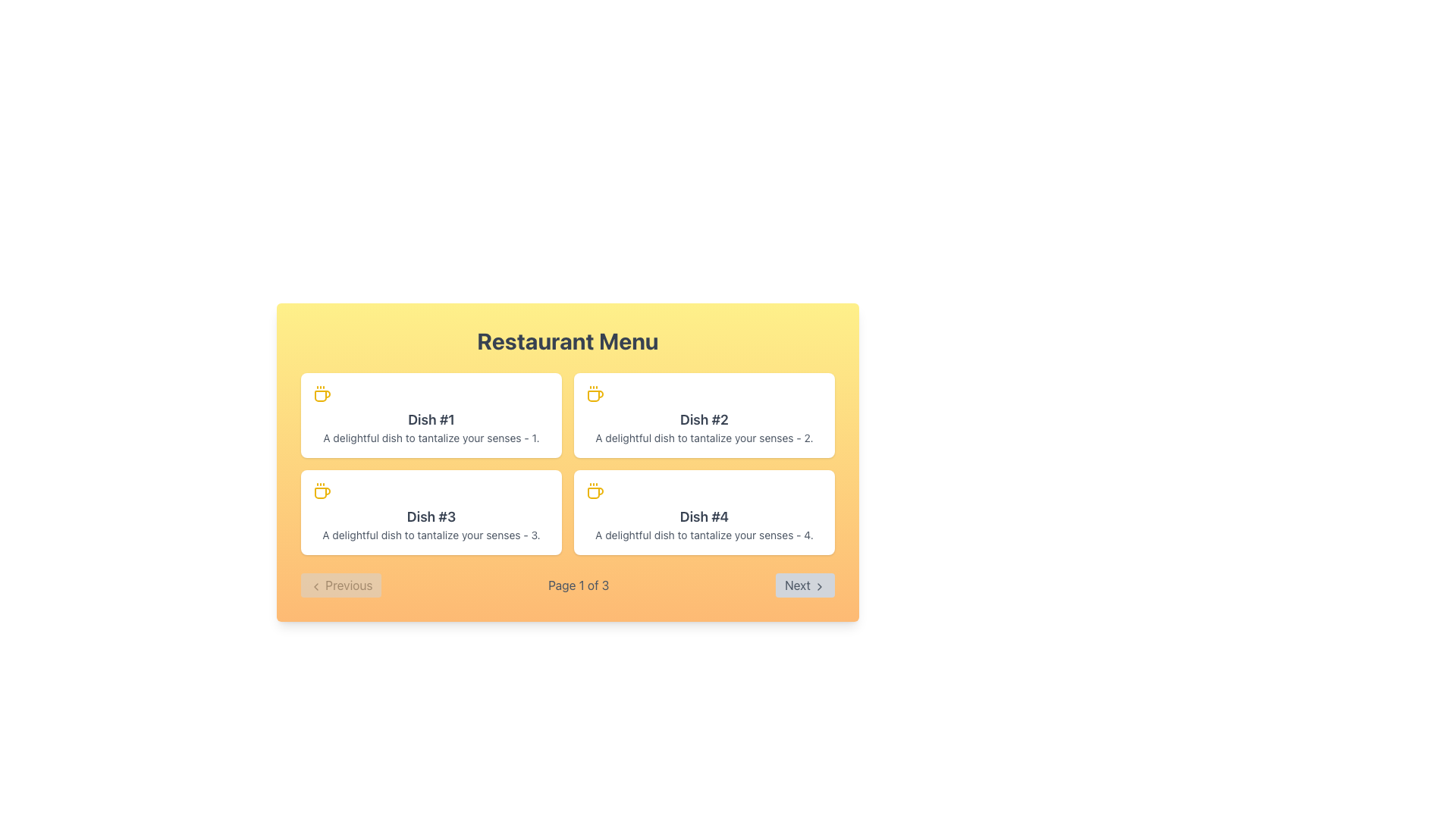 This screenshot has height=819, width=1456. Describe the element at coordinates (805, 584) in the screenshot. I see `the navigation button located at the bottom-right corner of the 'Restaurant Menu' panel` at that location.